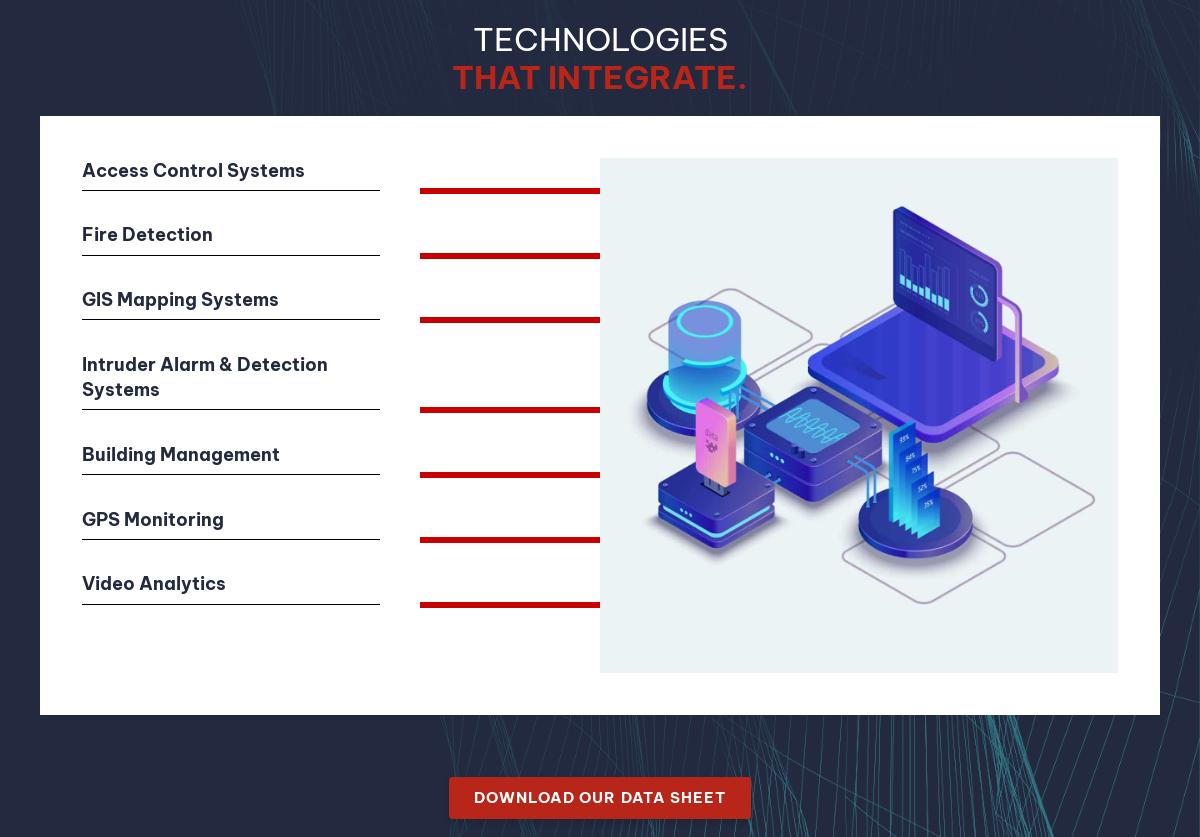  Describe the element at coordinates (192, 168) in the screenshot. I see `'Access Control Systems'` at that location.